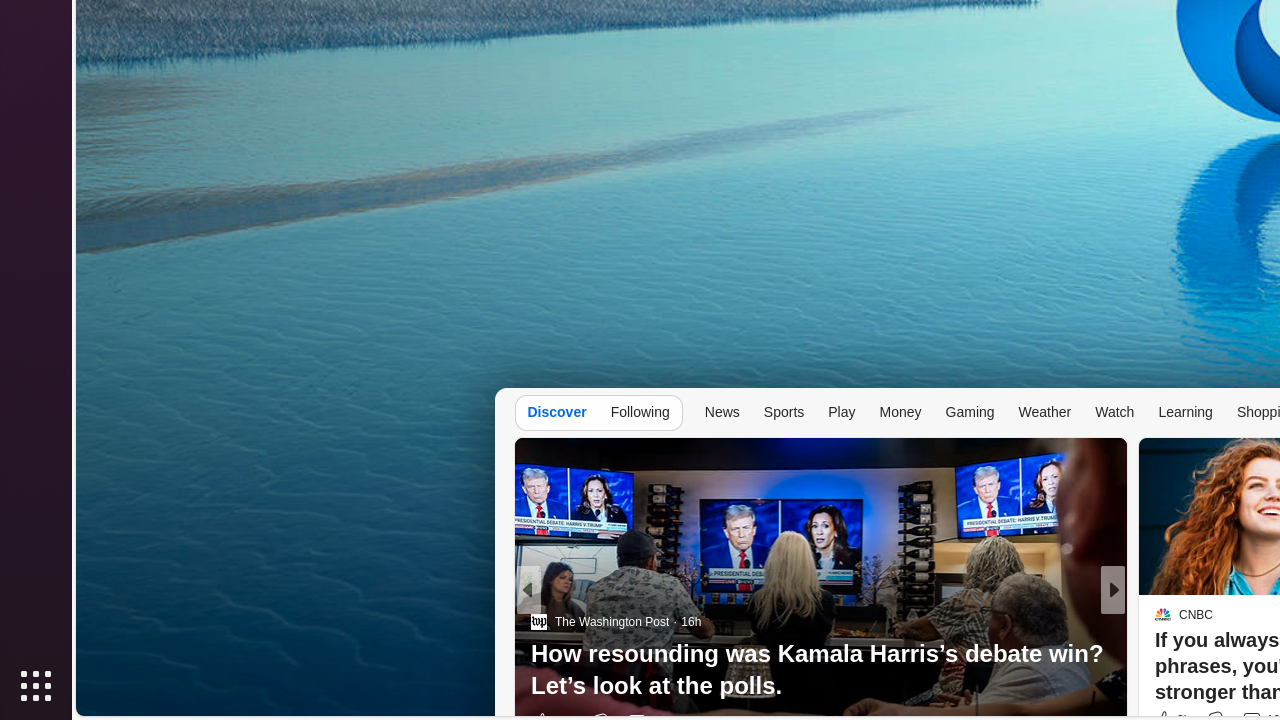 This screenshot has height=720, width=1280. Describe the element at coordinates (640, 410) in the screenshot. I see `'Following'` at that location.